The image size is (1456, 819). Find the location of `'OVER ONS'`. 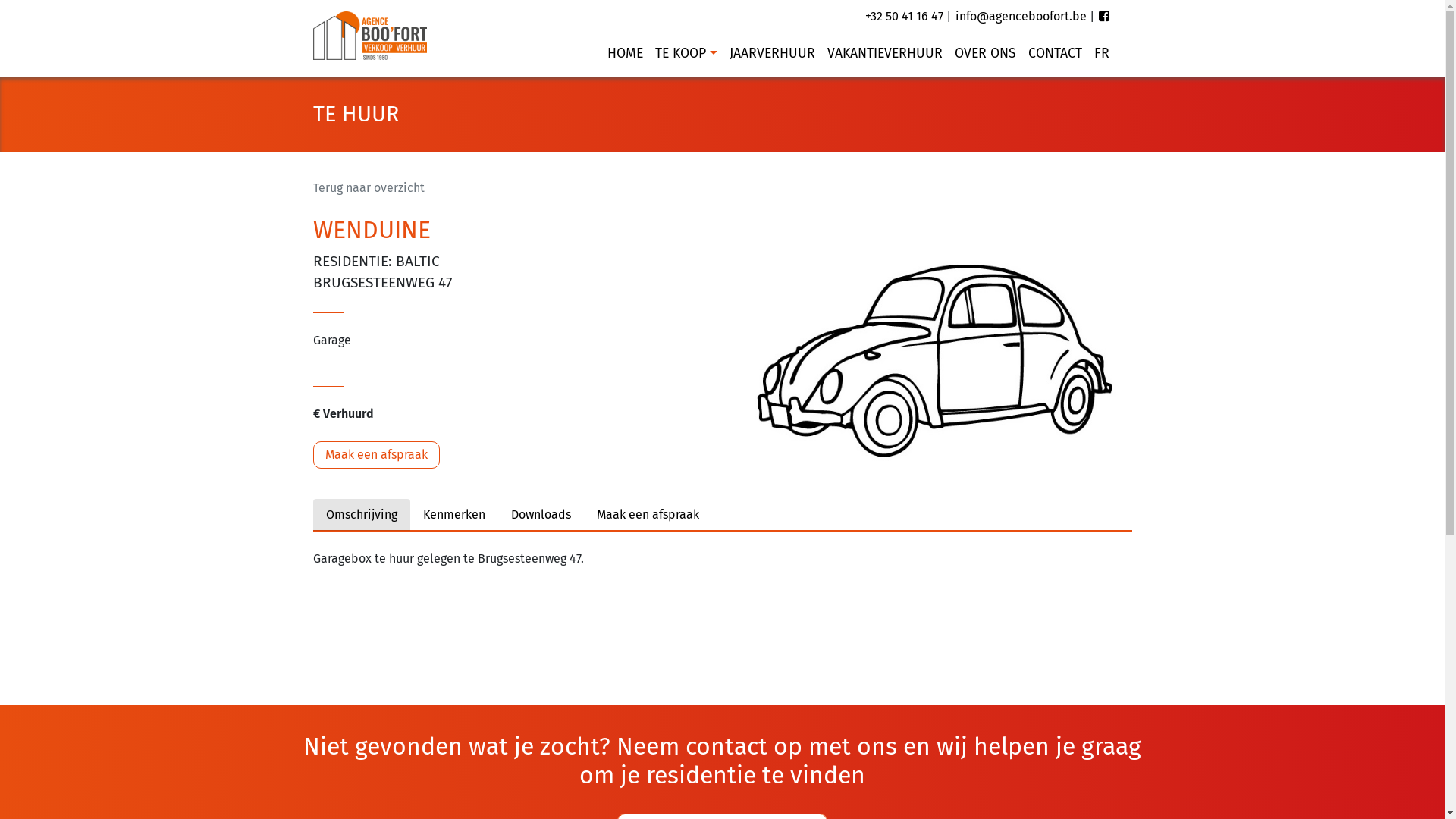

'OVER ONS' is located at coordinates (984, 52).